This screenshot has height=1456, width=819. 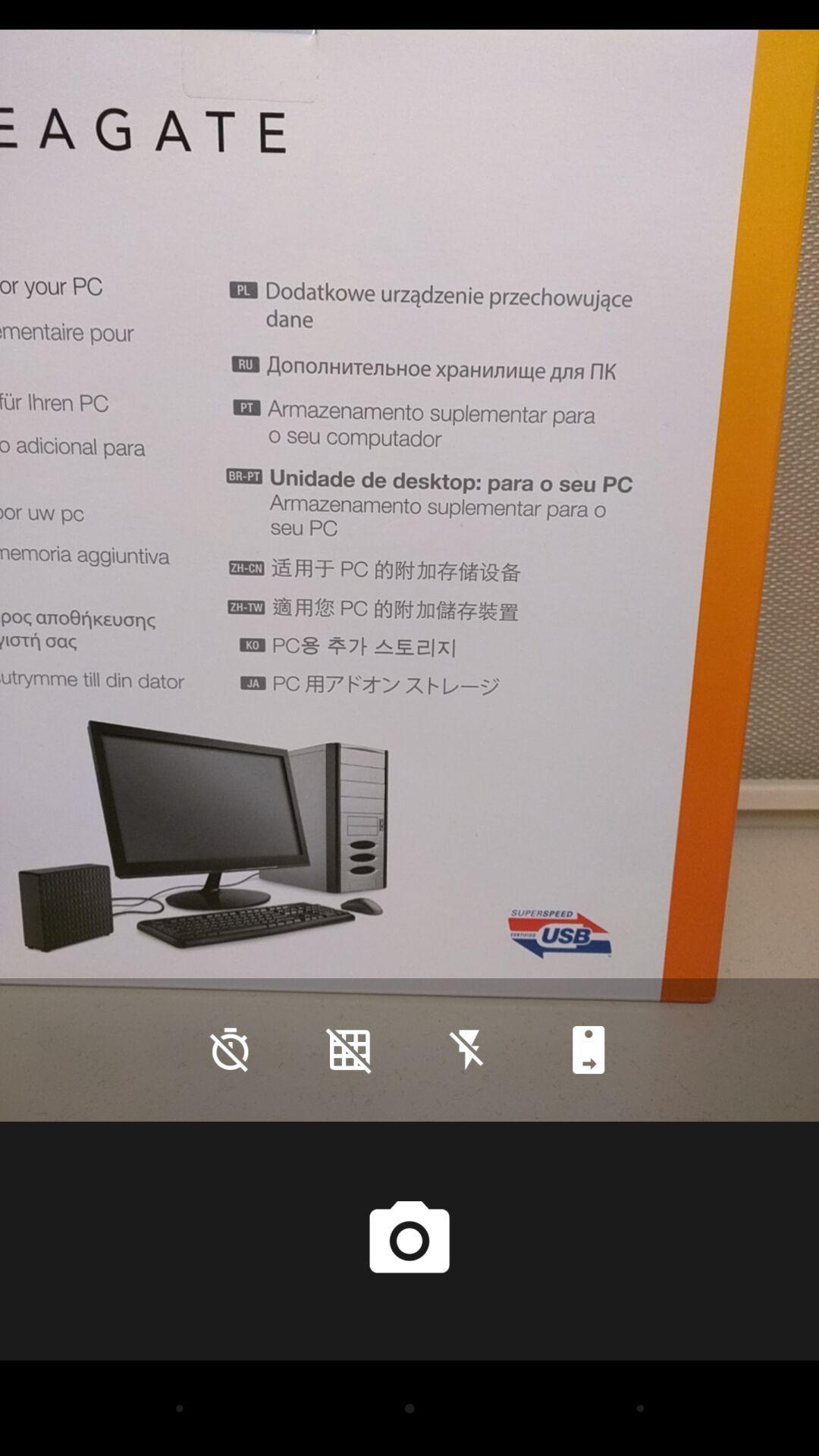 I want to click on the time icon, so click(x=230, y=1049).